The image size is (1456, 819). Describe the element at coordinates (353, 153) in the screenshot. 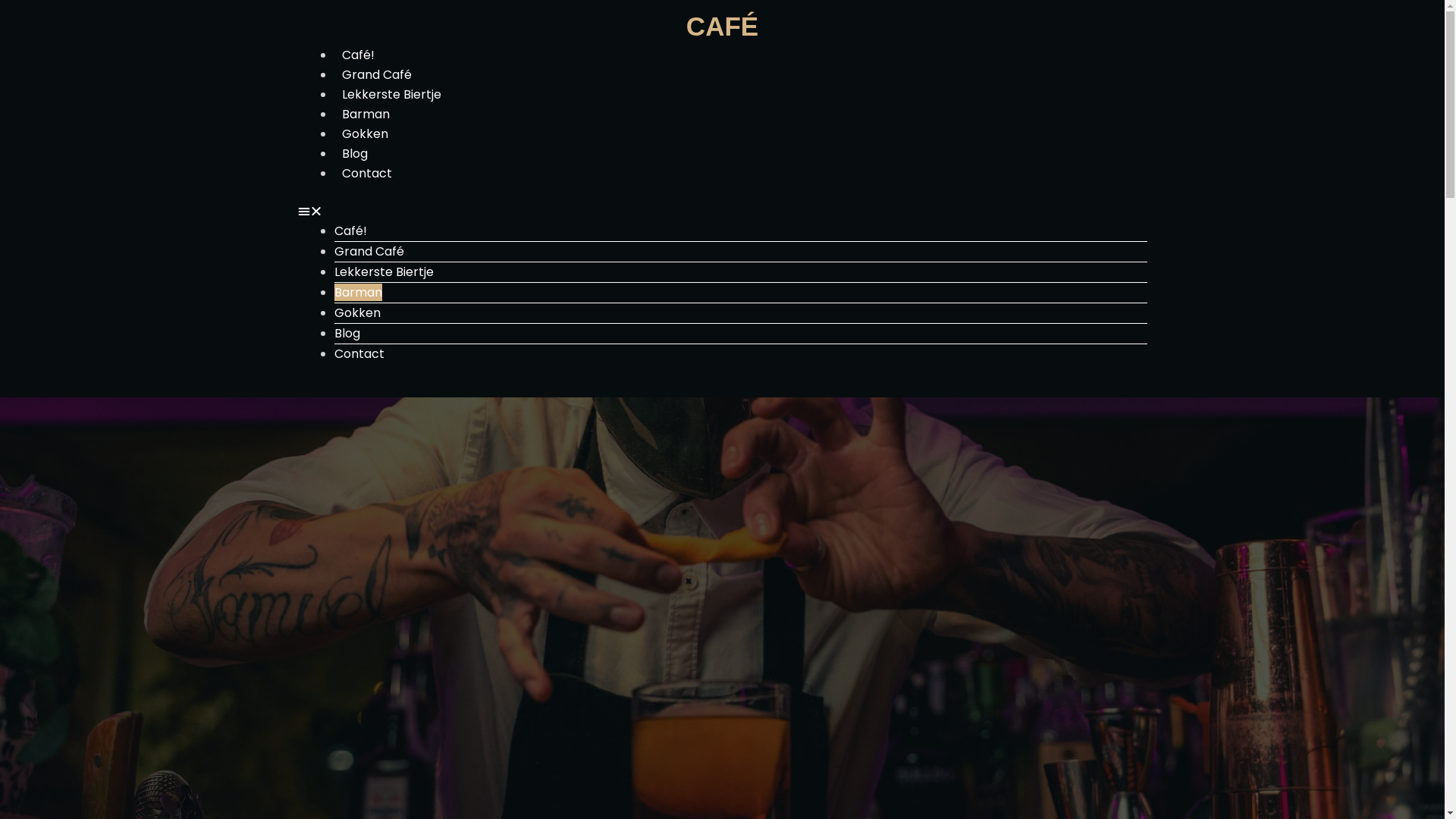

I see `'Blog'` at that location.